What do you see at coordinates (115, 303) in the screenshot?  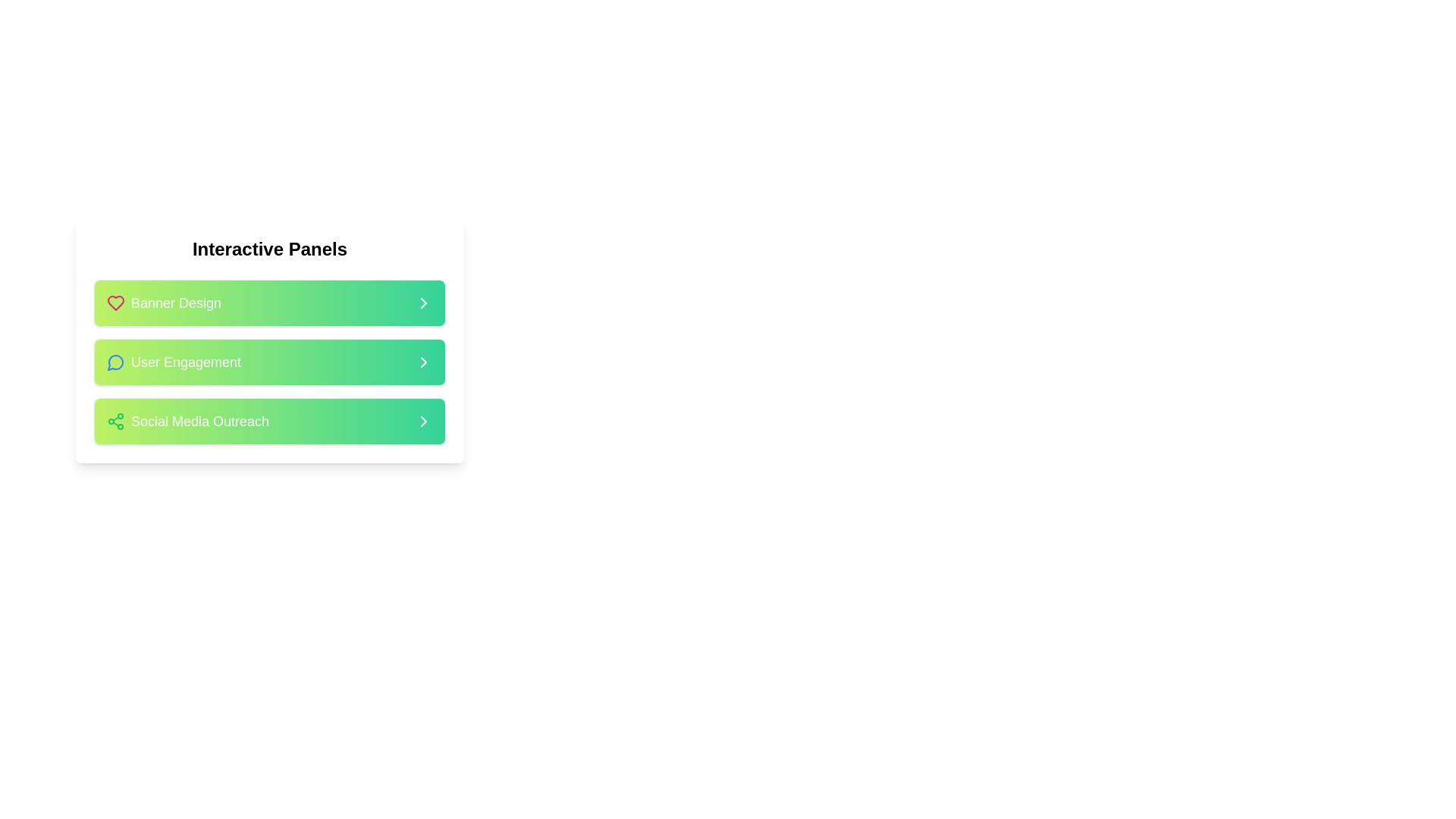 I see `the heart-shaped vector graphic icon, which is styled in a pinkish hue and is part of a list of interactive items, aligned next to the text 'Banner Design'` at bounding box center [115, 303].